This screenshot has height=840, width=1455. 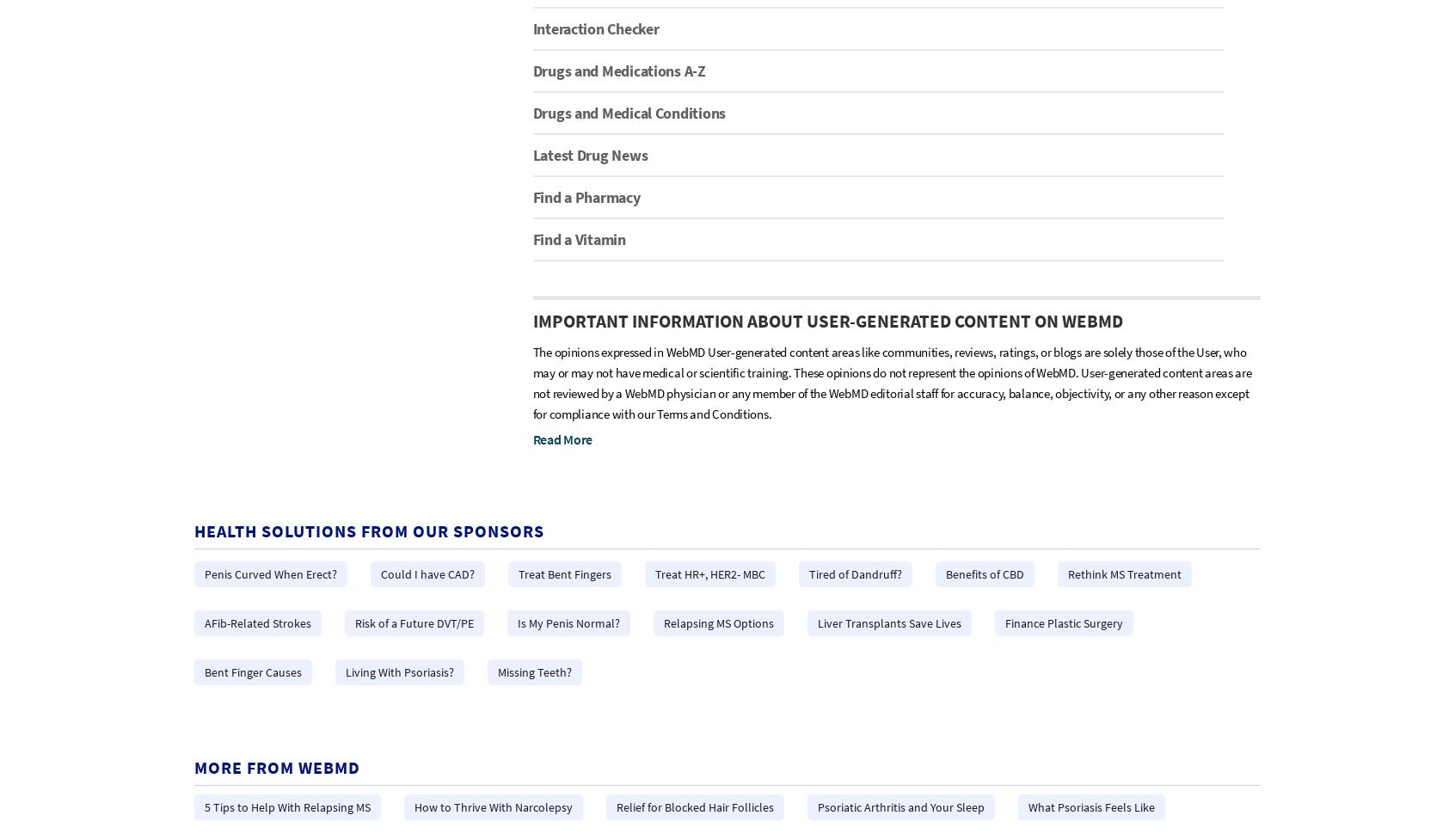 I want to click on 'company. All rights reserved. WebMD does not provide medical advice, diagnosis or treatment.', so click(x=393, y=745).